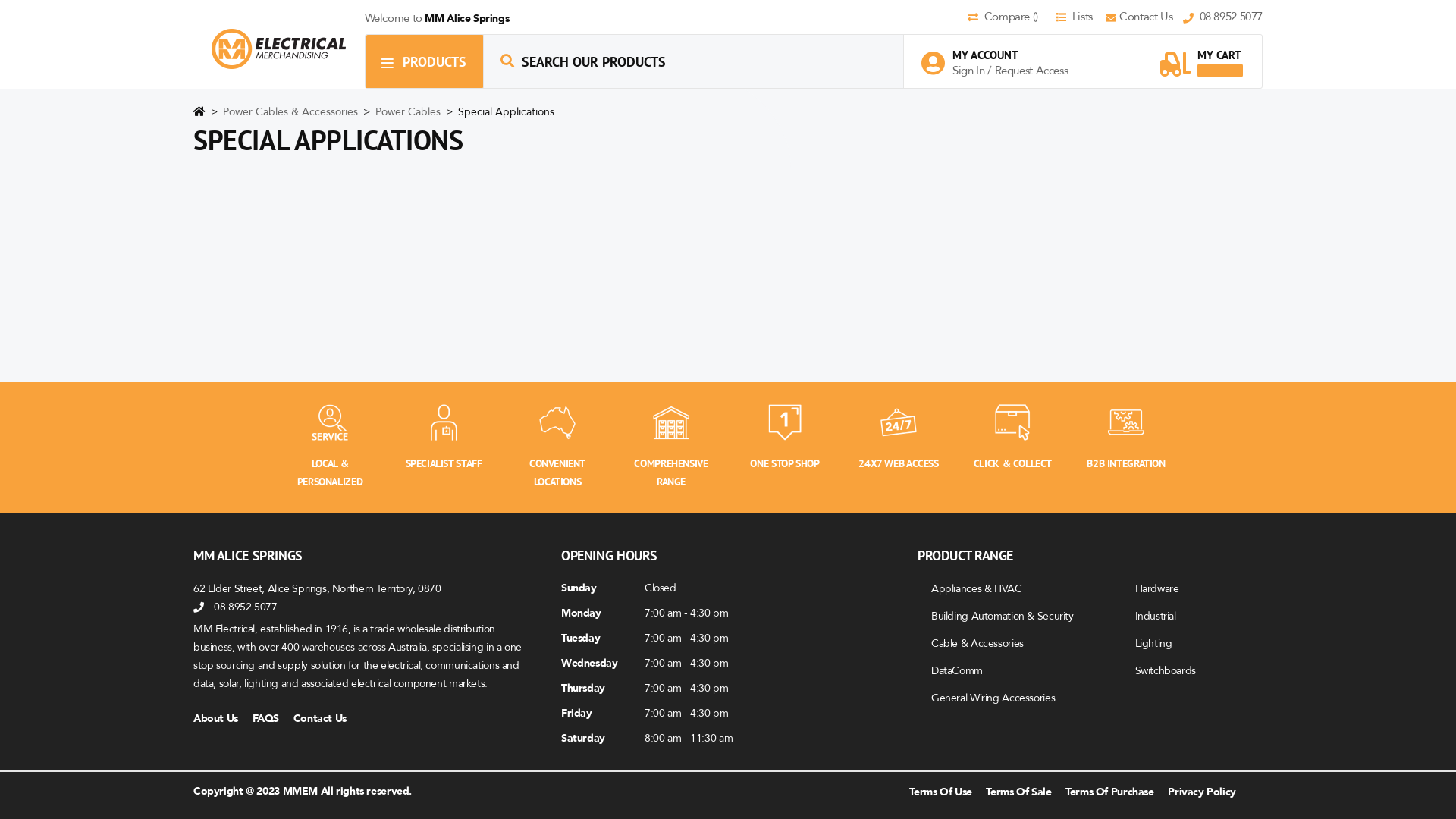 This screenshot has width=1456, height=819. I want to click on '62 Elder Street, Alice Springs, Northern Territory, 0870', so click(316, 587).